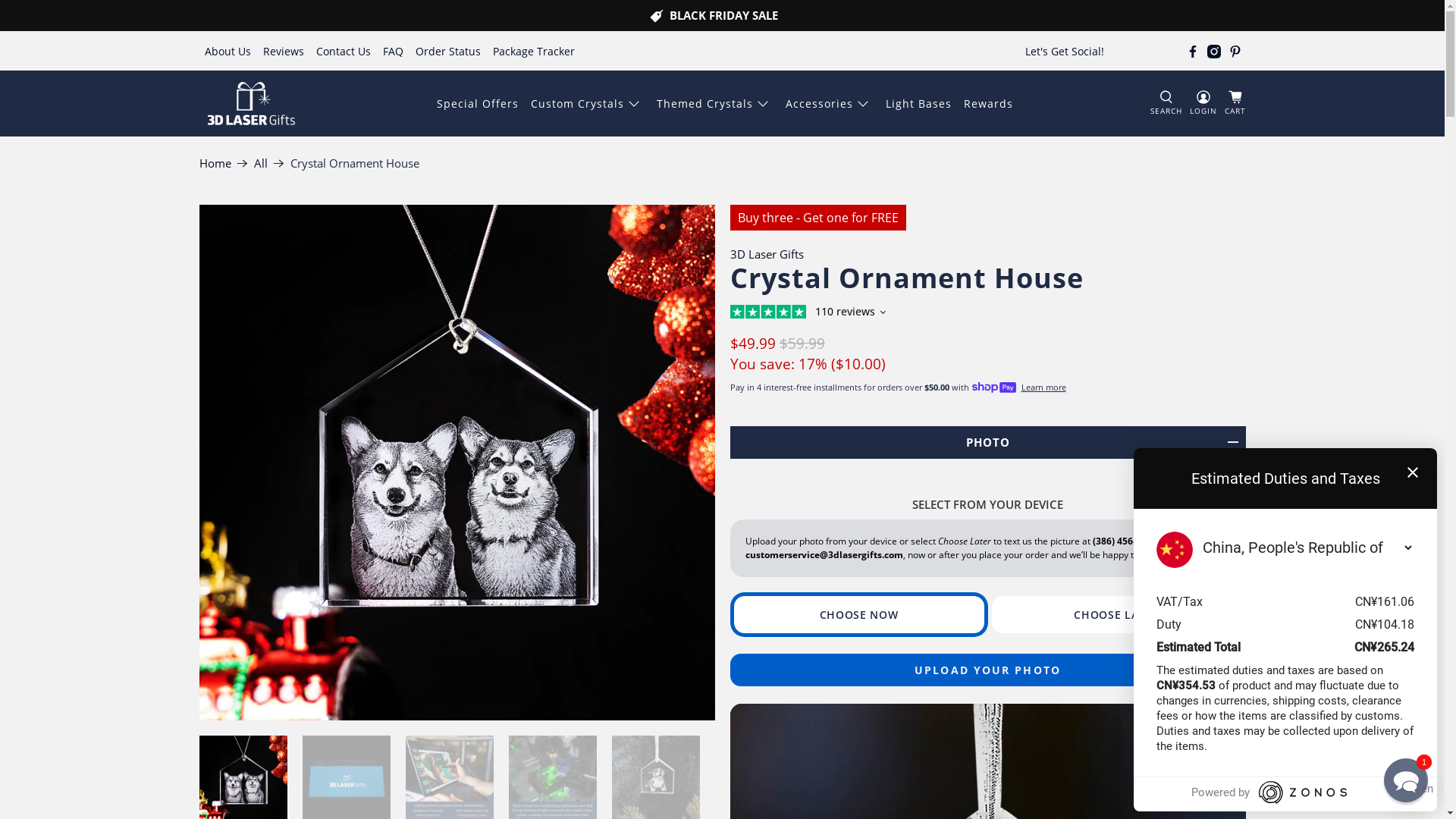 The width and height of the screenshot is (1456, 819). Describe the element at coordinates (534, 50) in the screenshot. I see `'Package Tracker'` at that location.